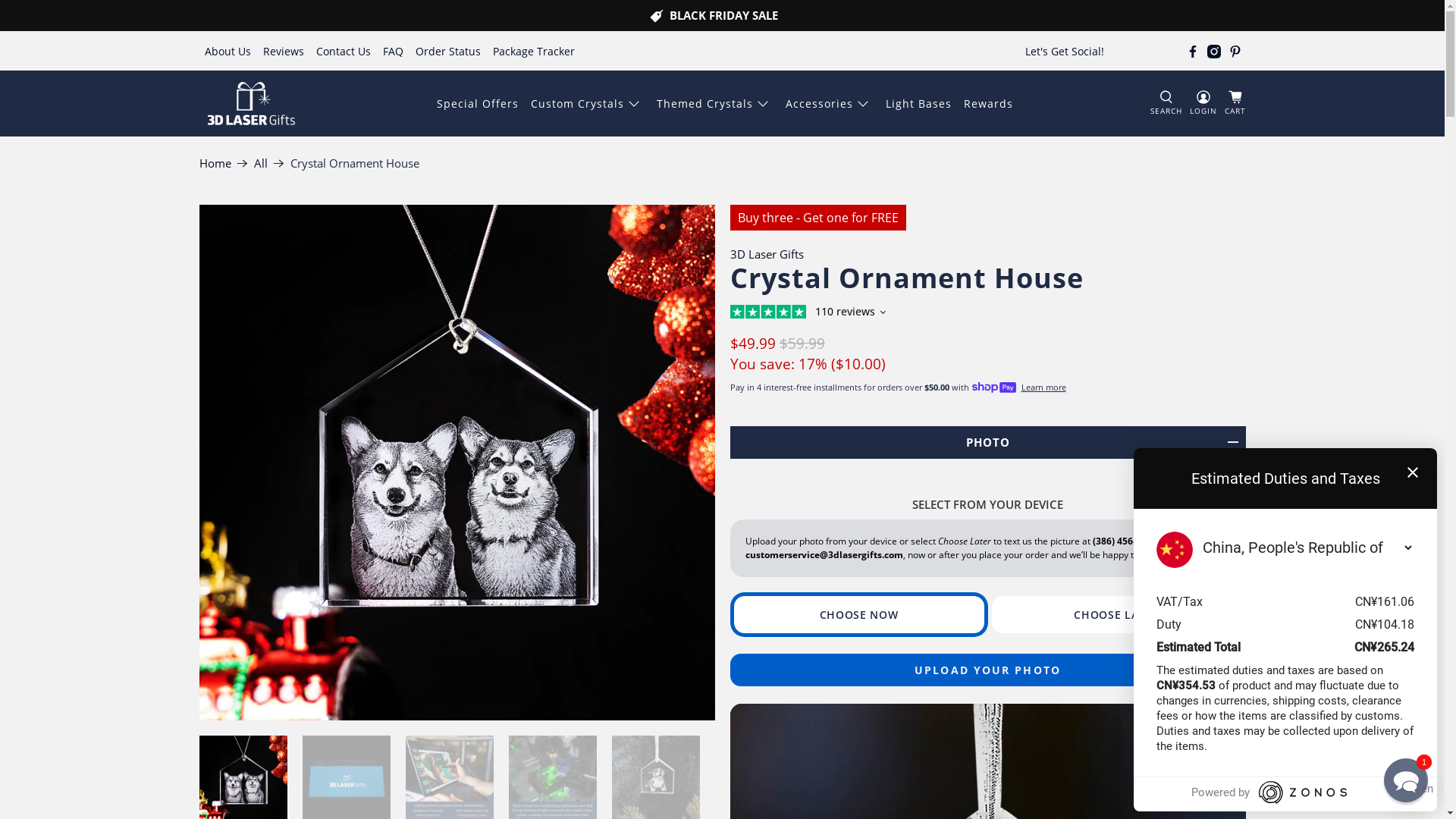 The width and height of the screenshot is (1456, 819). Describe the element at coordinates (534, 50) in the screenshot. I see `'Package Tracker'` at that location.